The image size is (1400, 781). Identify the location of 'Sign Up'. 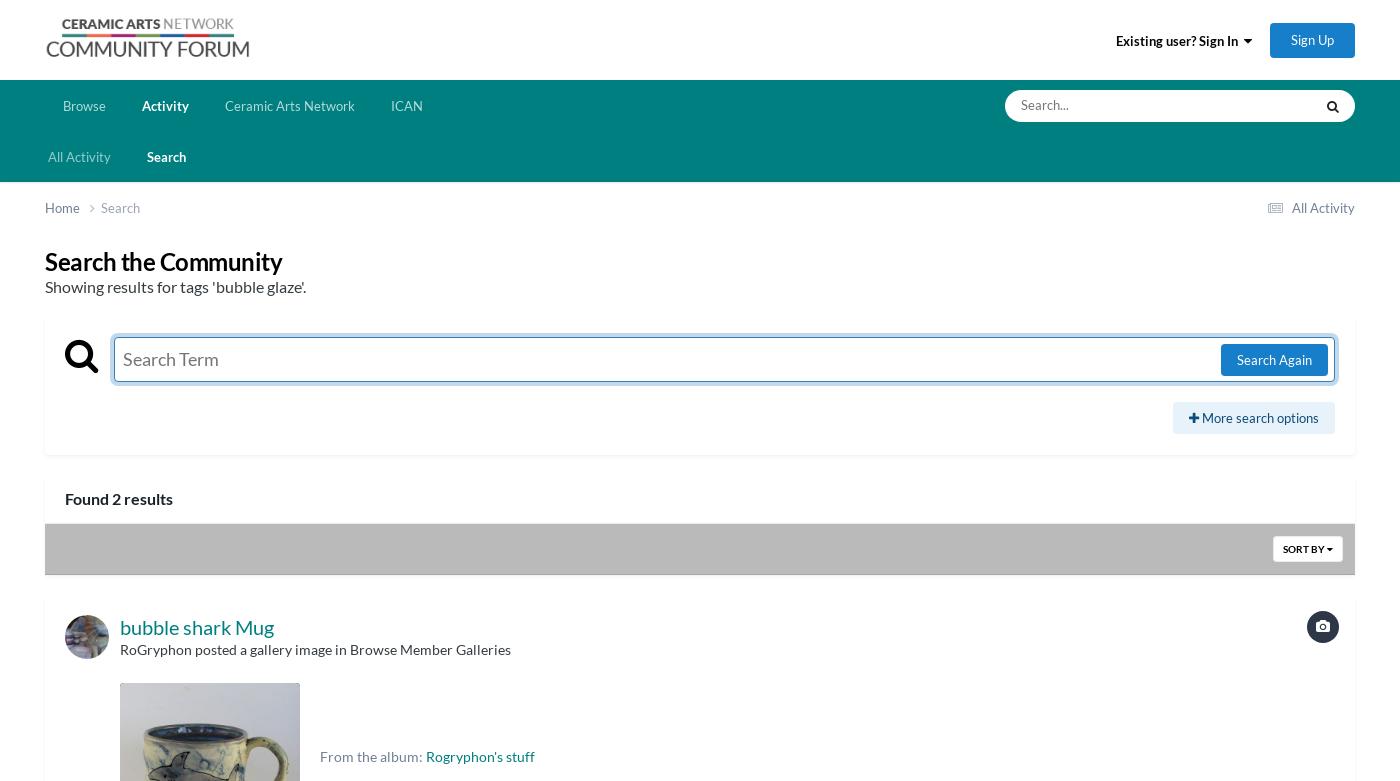
(1312, 38).